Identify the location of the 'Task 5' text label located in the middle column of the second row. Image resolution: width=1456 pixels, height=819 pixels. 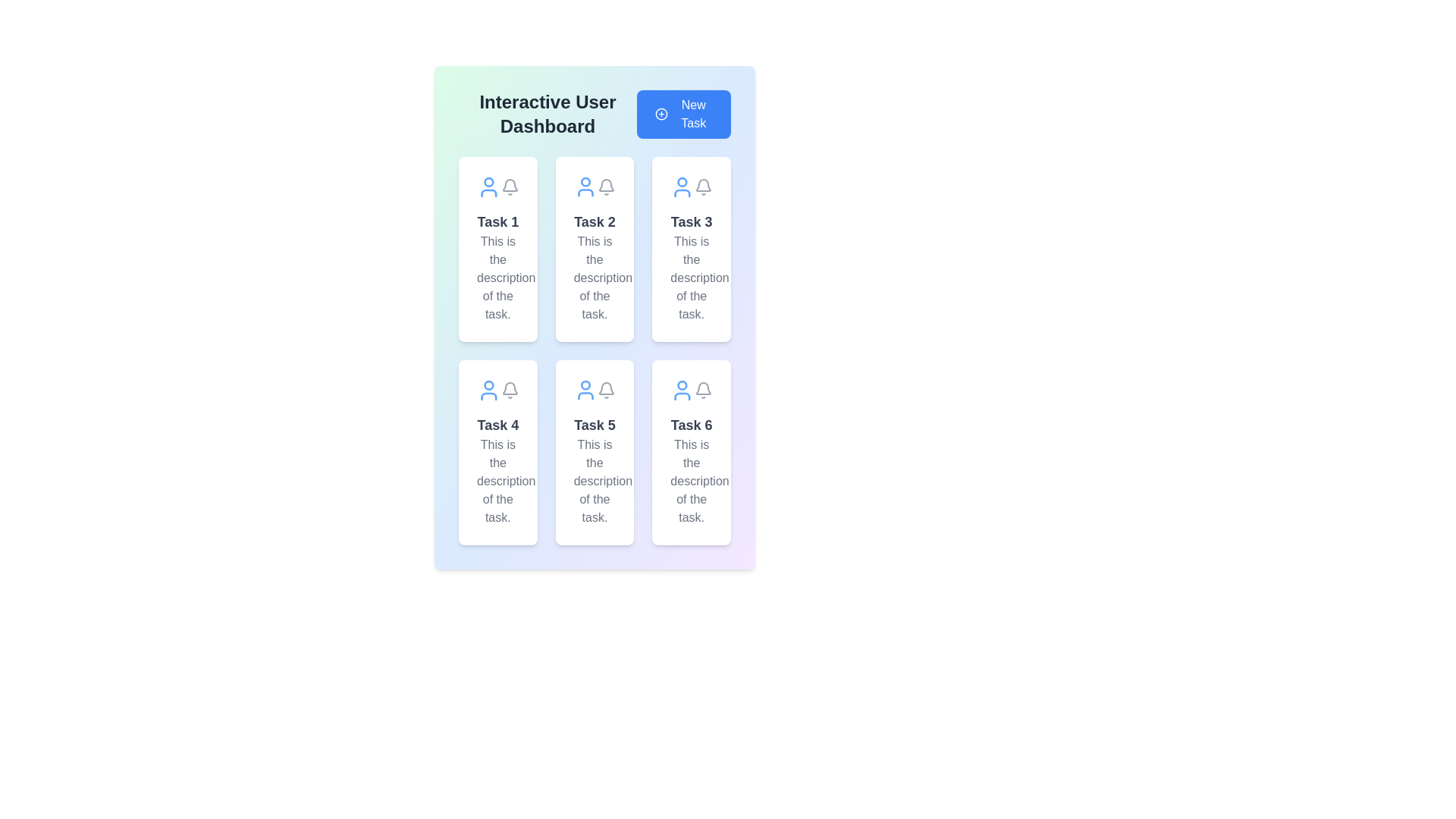
(594, 425).